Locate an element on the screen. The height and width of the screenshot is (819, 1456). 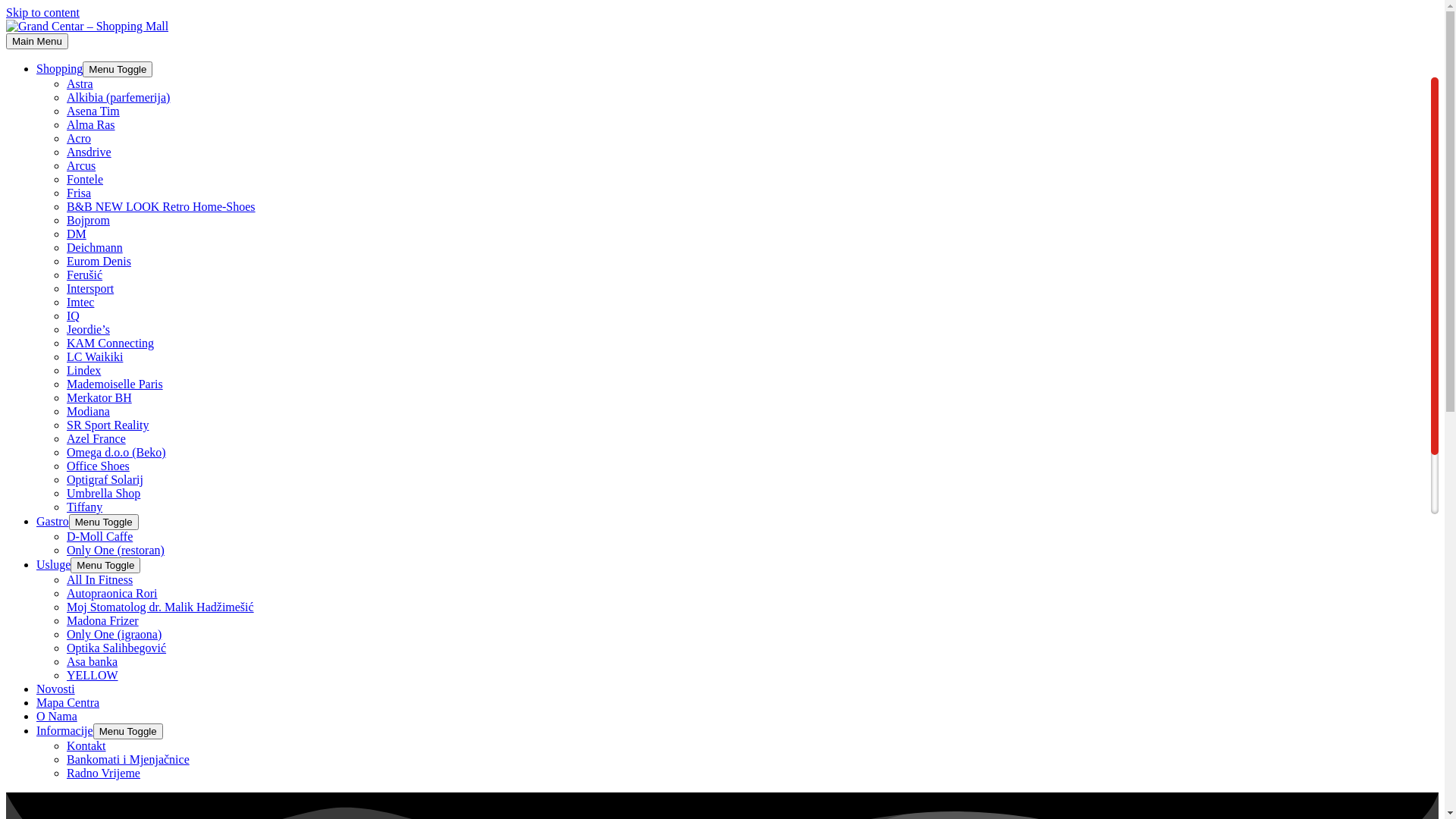
'Asa banka' is located at coordinates (91, 661).